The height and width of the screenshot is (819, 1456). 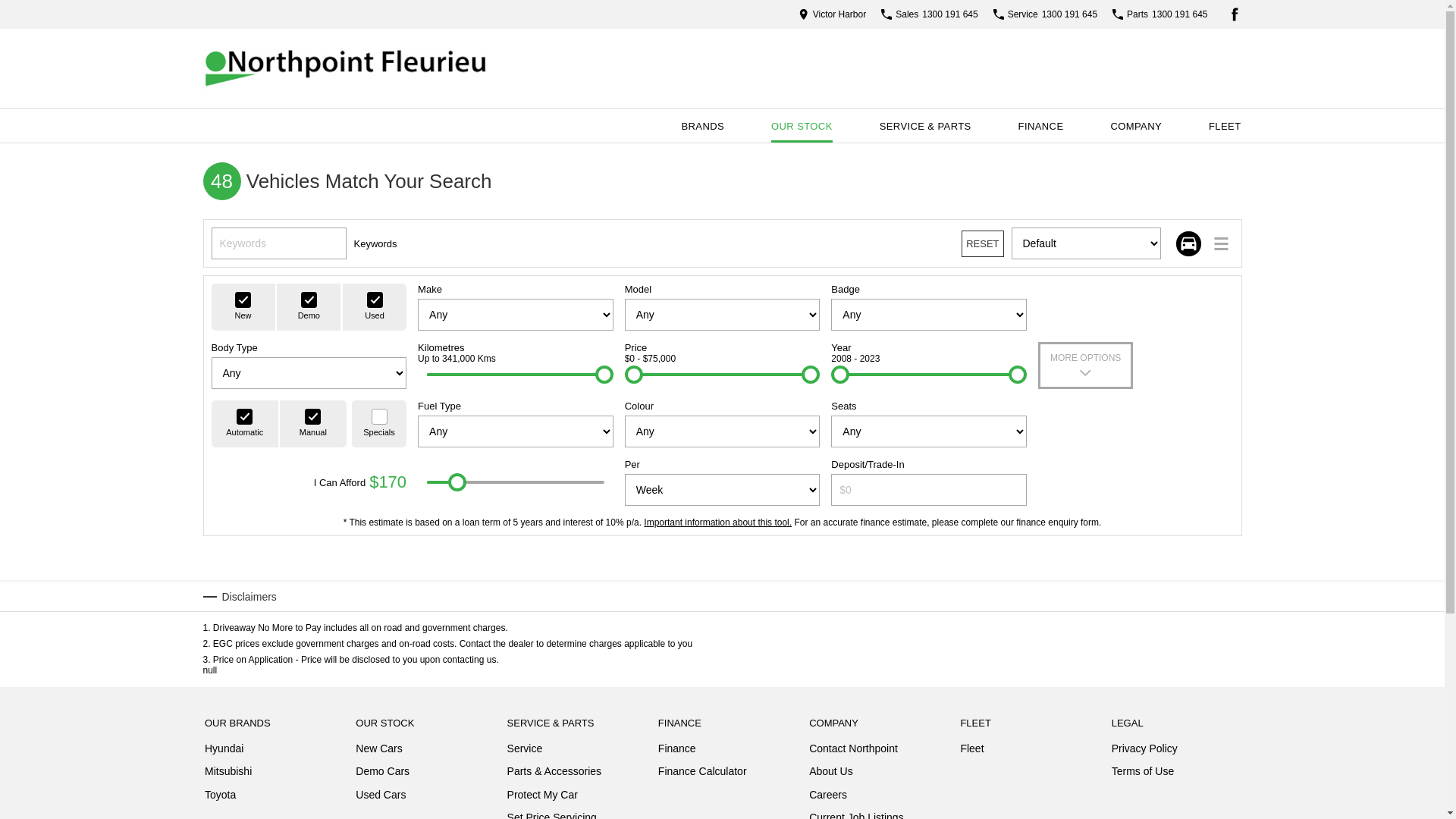 I want to click on 'RESET', so click(x=960, y=243).